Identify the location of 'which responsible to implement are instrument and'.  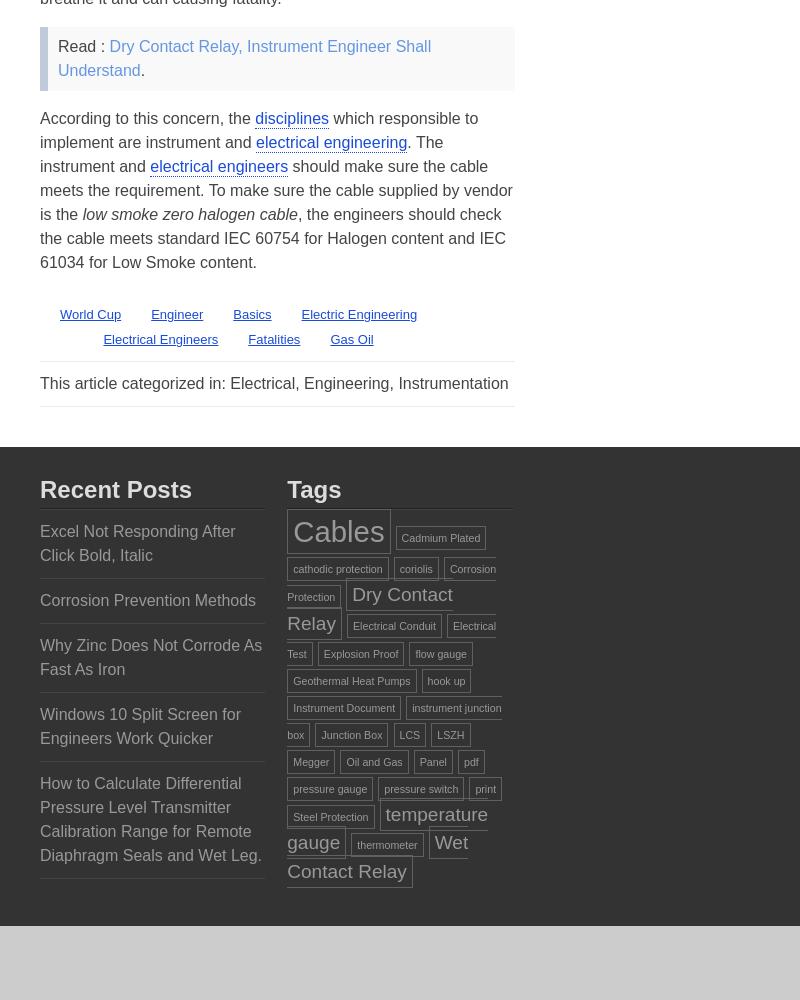
(258, 130).